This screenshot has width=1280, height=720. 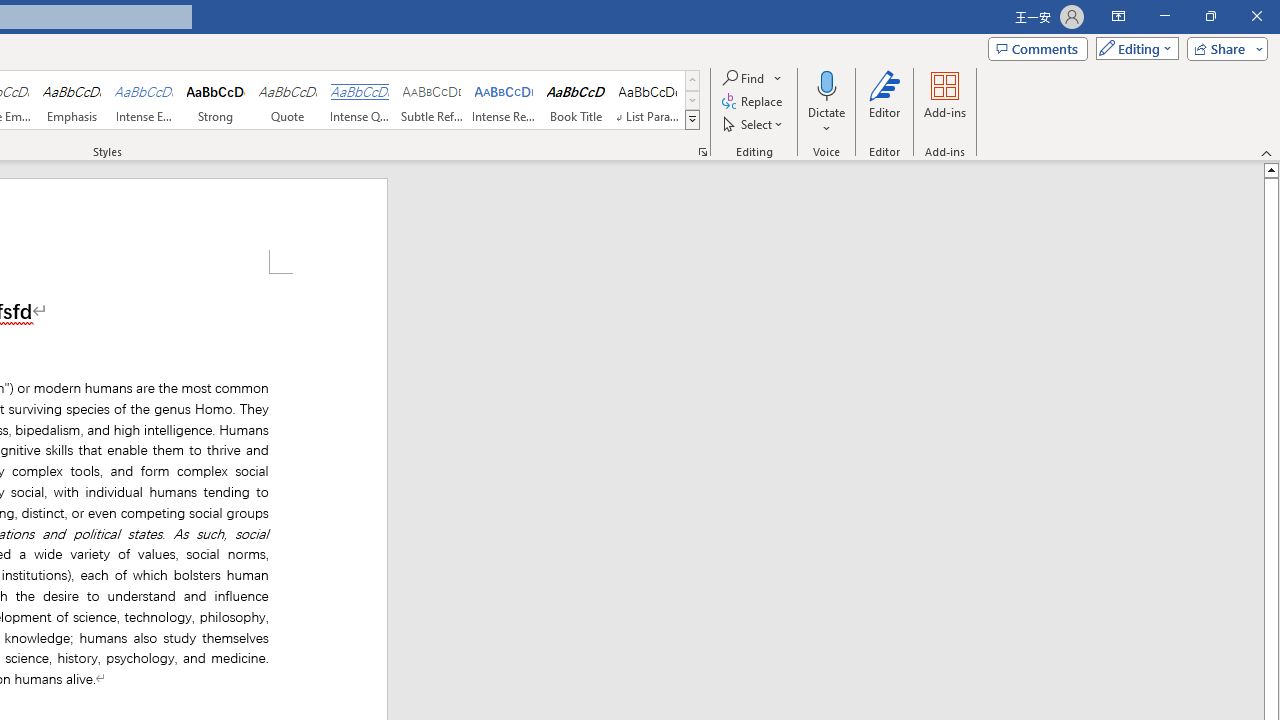 What do you see at coordinates (692, 100) in the screenshot?
I see `'Row Down'` at bounding box center [692, 100].